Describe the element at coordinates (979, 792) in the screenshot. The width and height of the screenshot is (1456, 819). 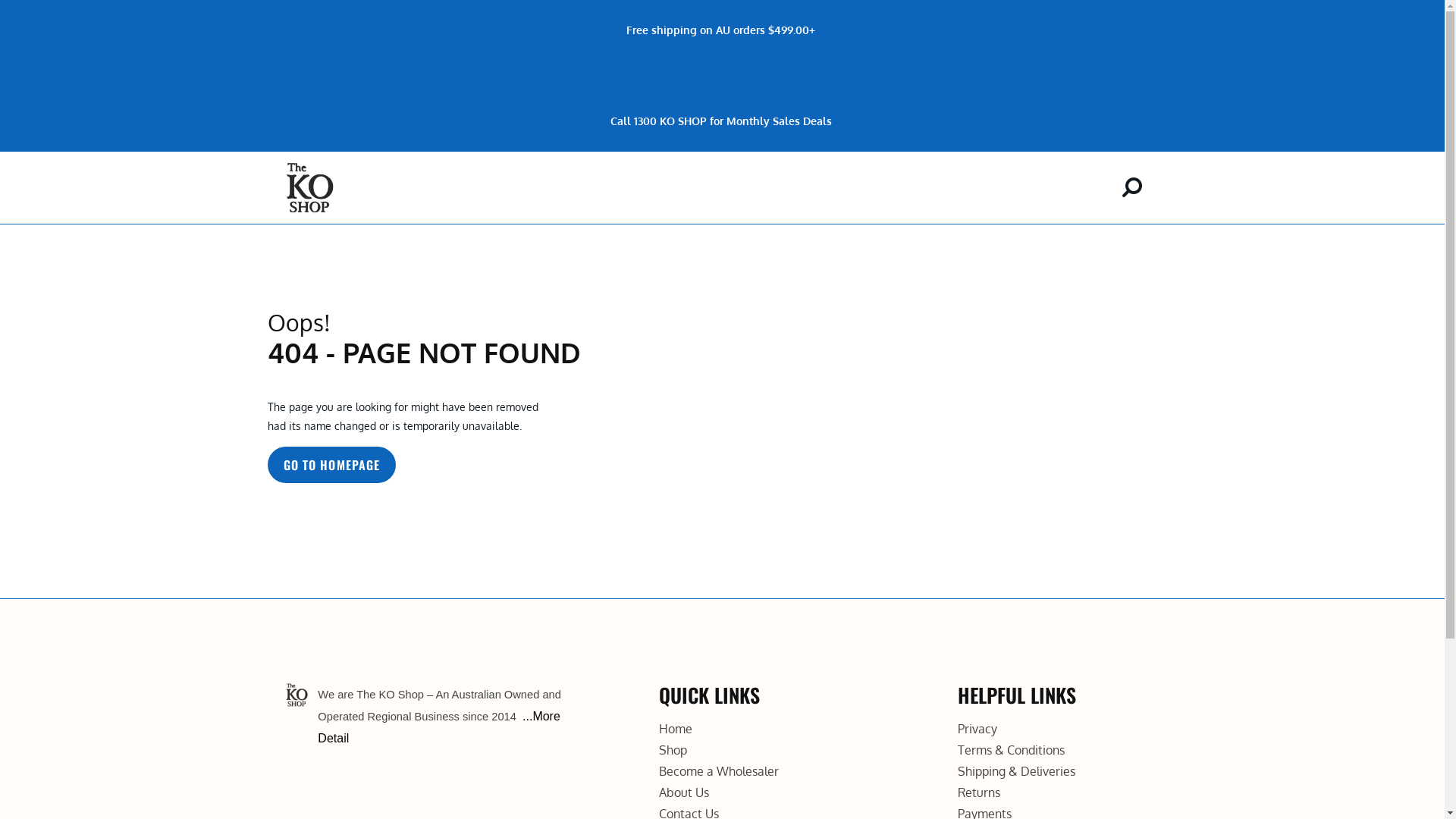
I see `'Returns'` at that location.